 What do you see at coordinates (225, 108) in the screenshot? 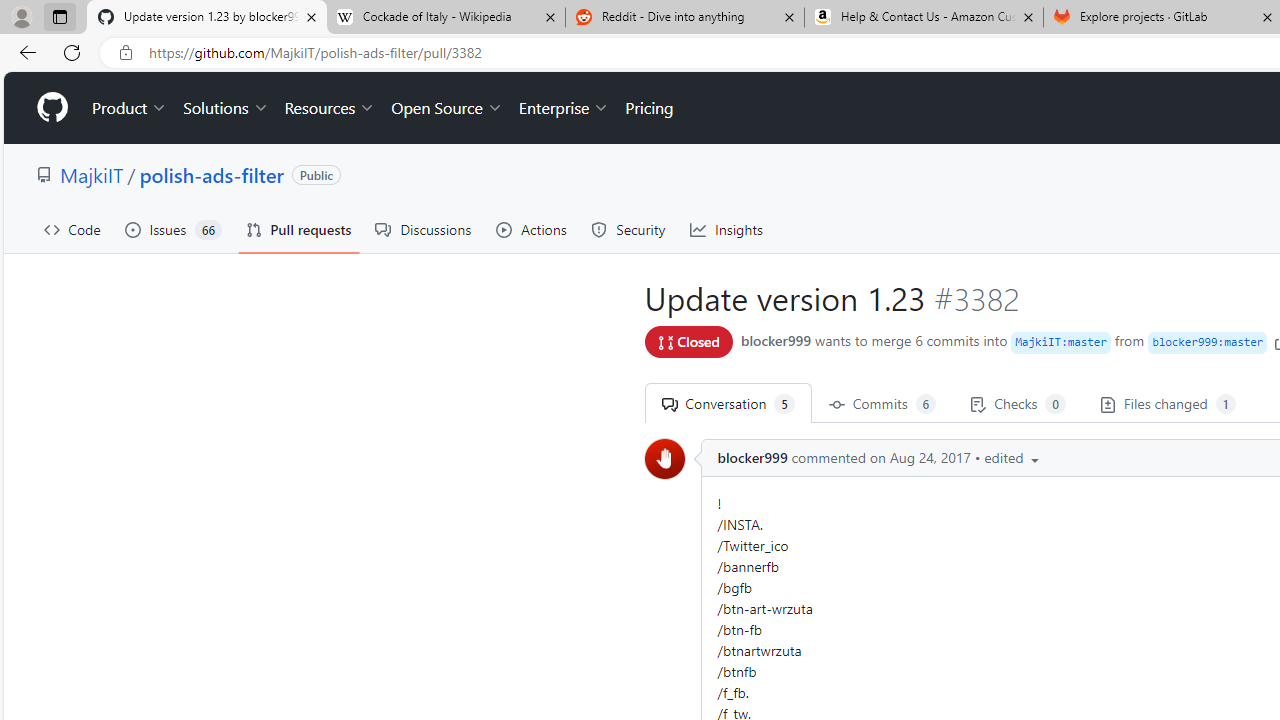
I see `'Solutions'` at bounding box center [225, 108].